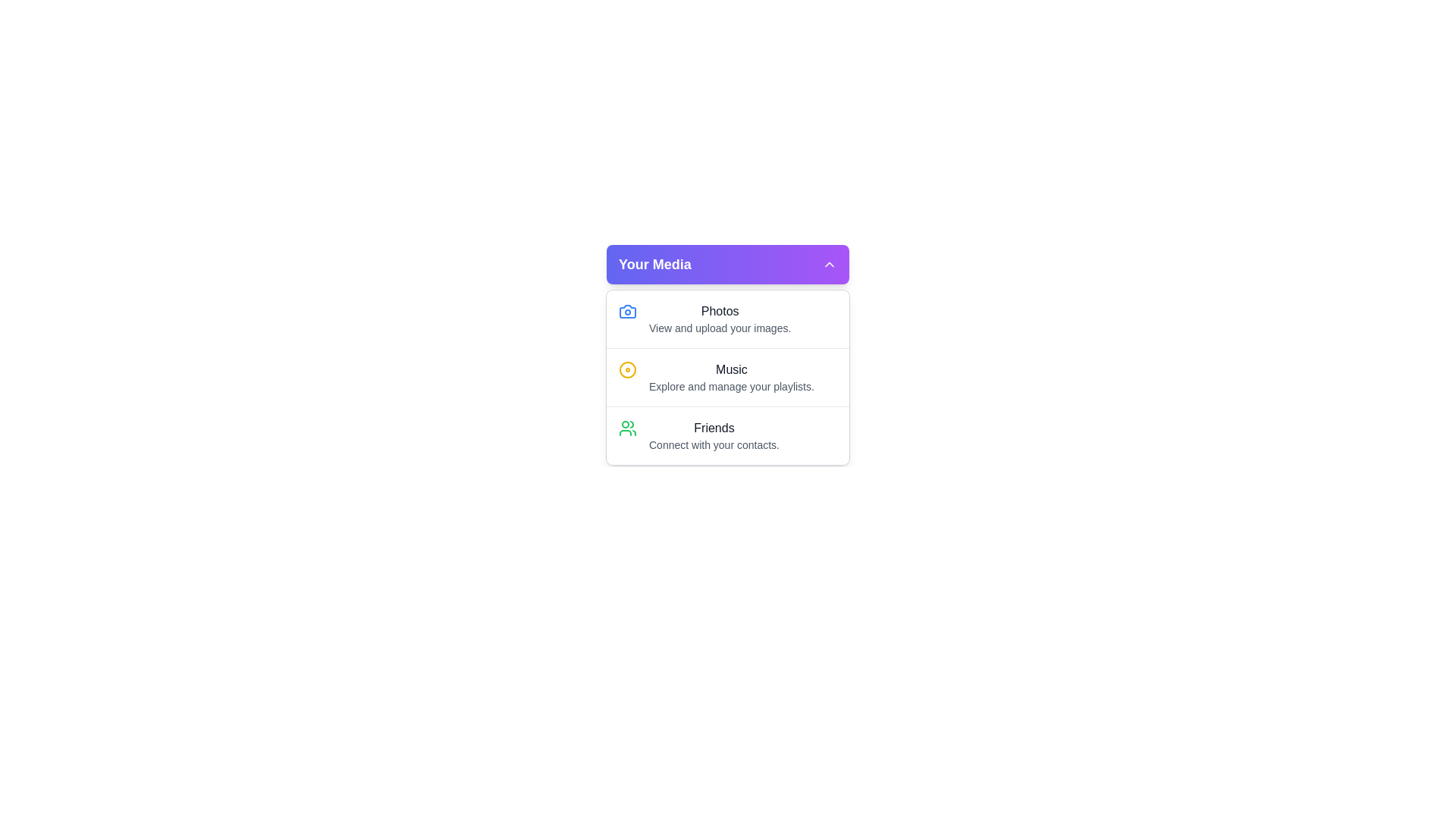  I want to click on the navigational button for accessing the Photos or image gallery section, which is the first option under the 'Your Media' header, so click(728, 318).